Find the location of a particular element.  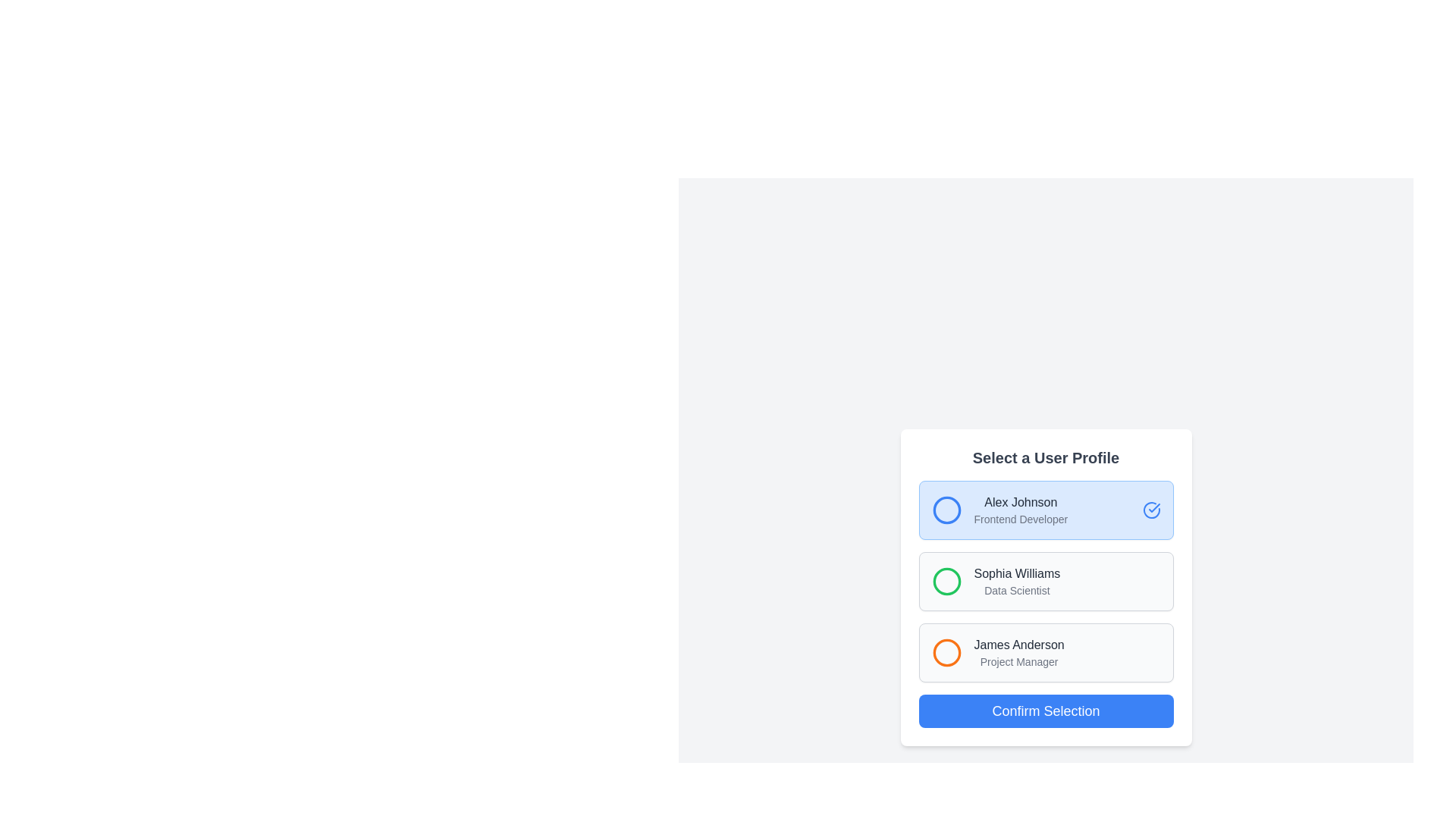

the first user profile listing entry displaying the user's name and professional title is located at coordinates (999, 510).